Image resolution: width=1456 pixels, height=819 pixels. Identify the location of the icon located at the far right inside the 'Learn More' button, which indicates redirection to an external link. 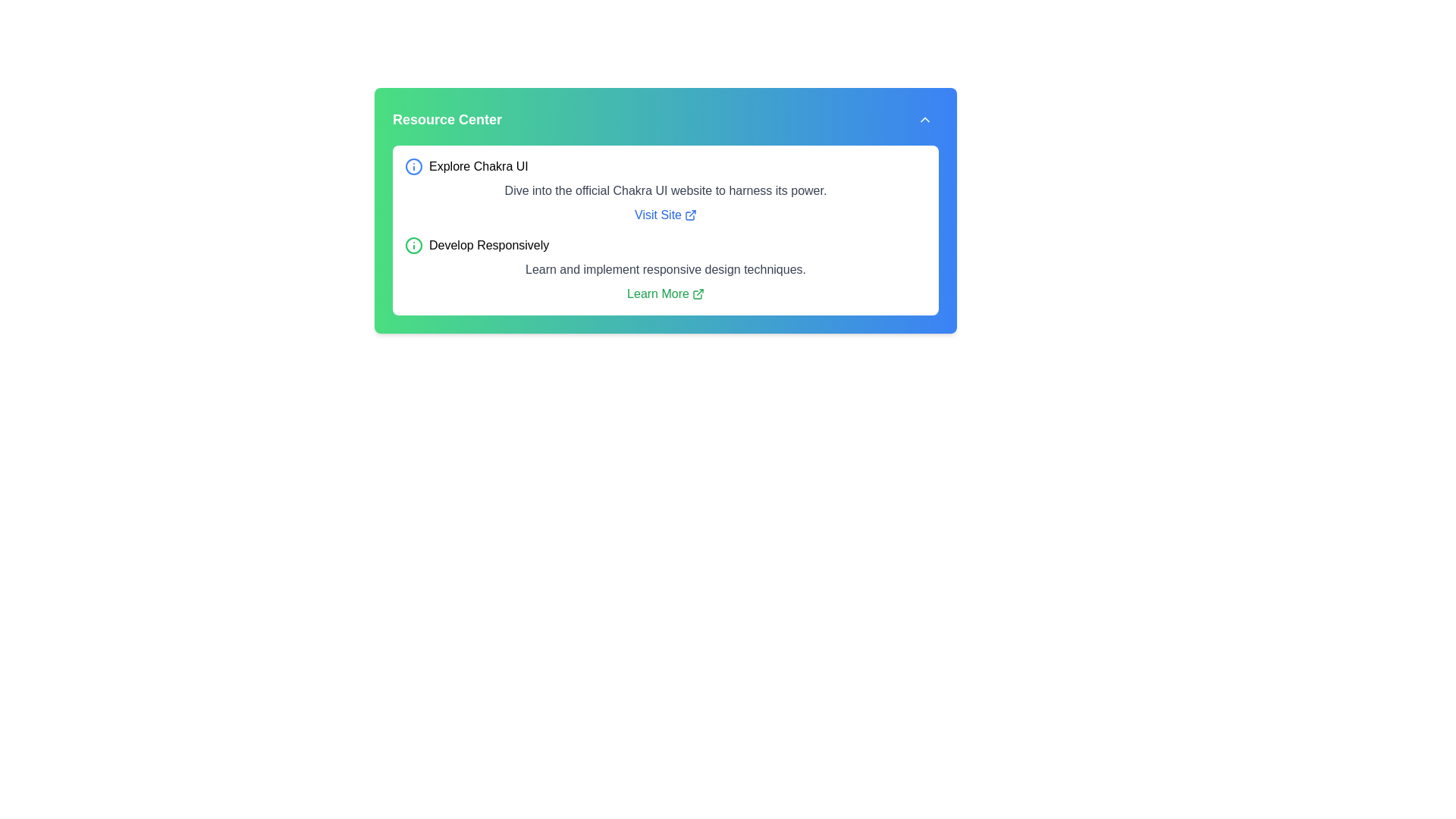
(697, 294).